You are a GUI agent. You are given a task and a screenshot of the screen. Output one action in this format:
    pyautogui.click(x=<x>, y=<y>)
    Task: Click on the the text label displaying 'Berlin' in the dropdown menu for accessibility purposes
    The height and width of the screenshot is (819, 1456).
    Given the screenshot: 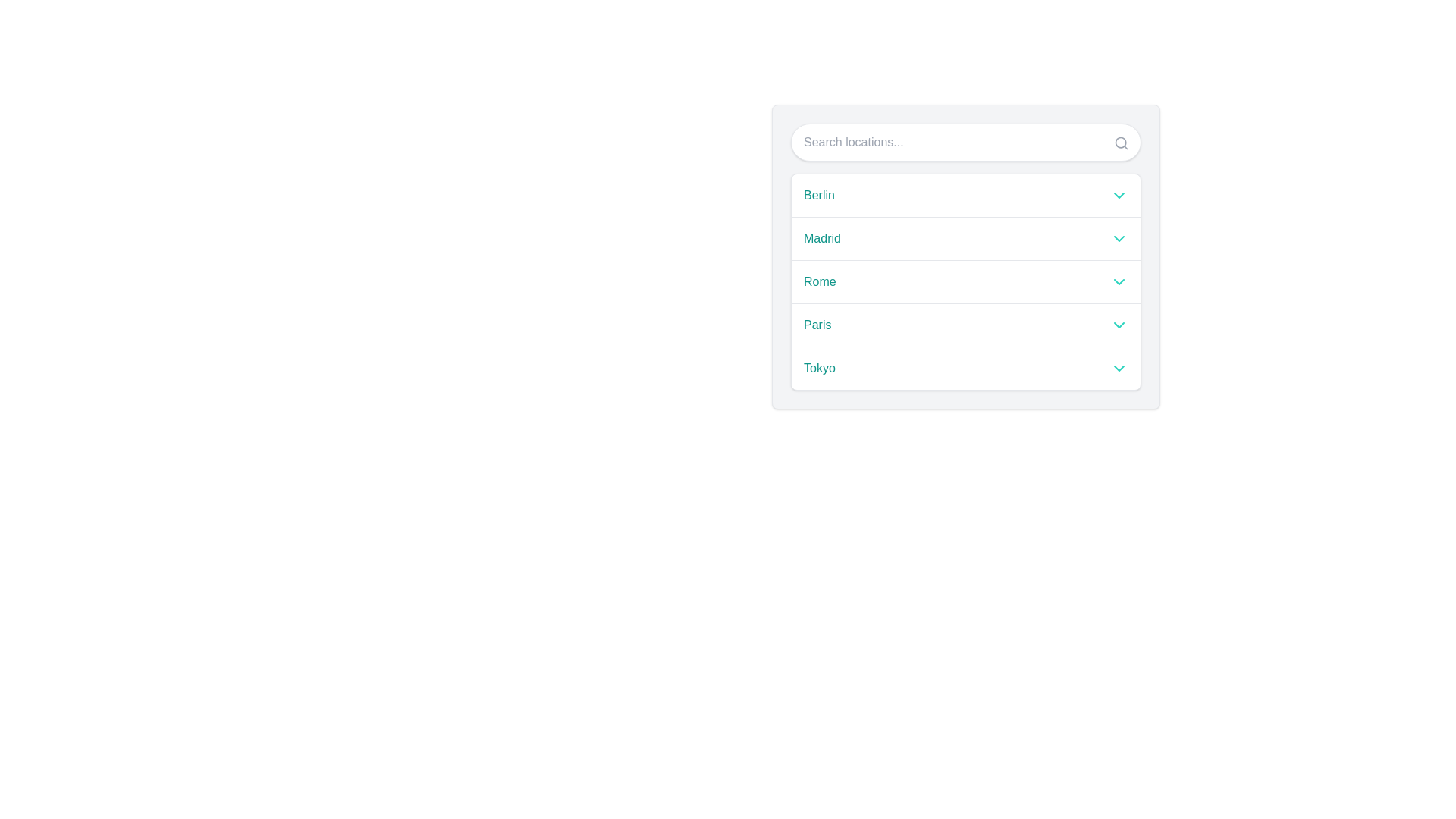 What is the action you would take?
    pyautogui.click(x=818, y=195)
    